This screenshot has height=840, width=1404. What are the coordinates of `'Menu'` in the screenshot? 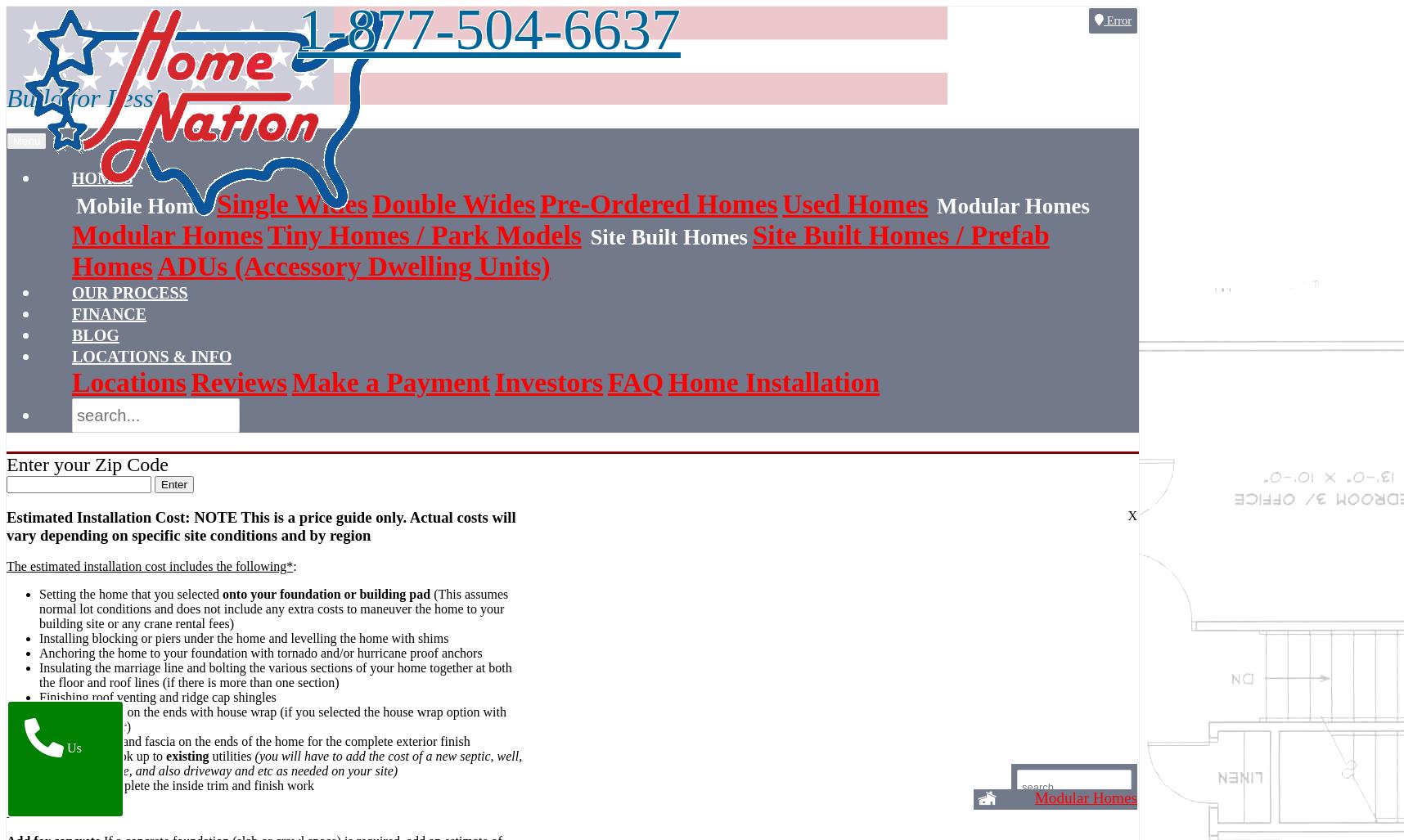 It's located at (25, 140).